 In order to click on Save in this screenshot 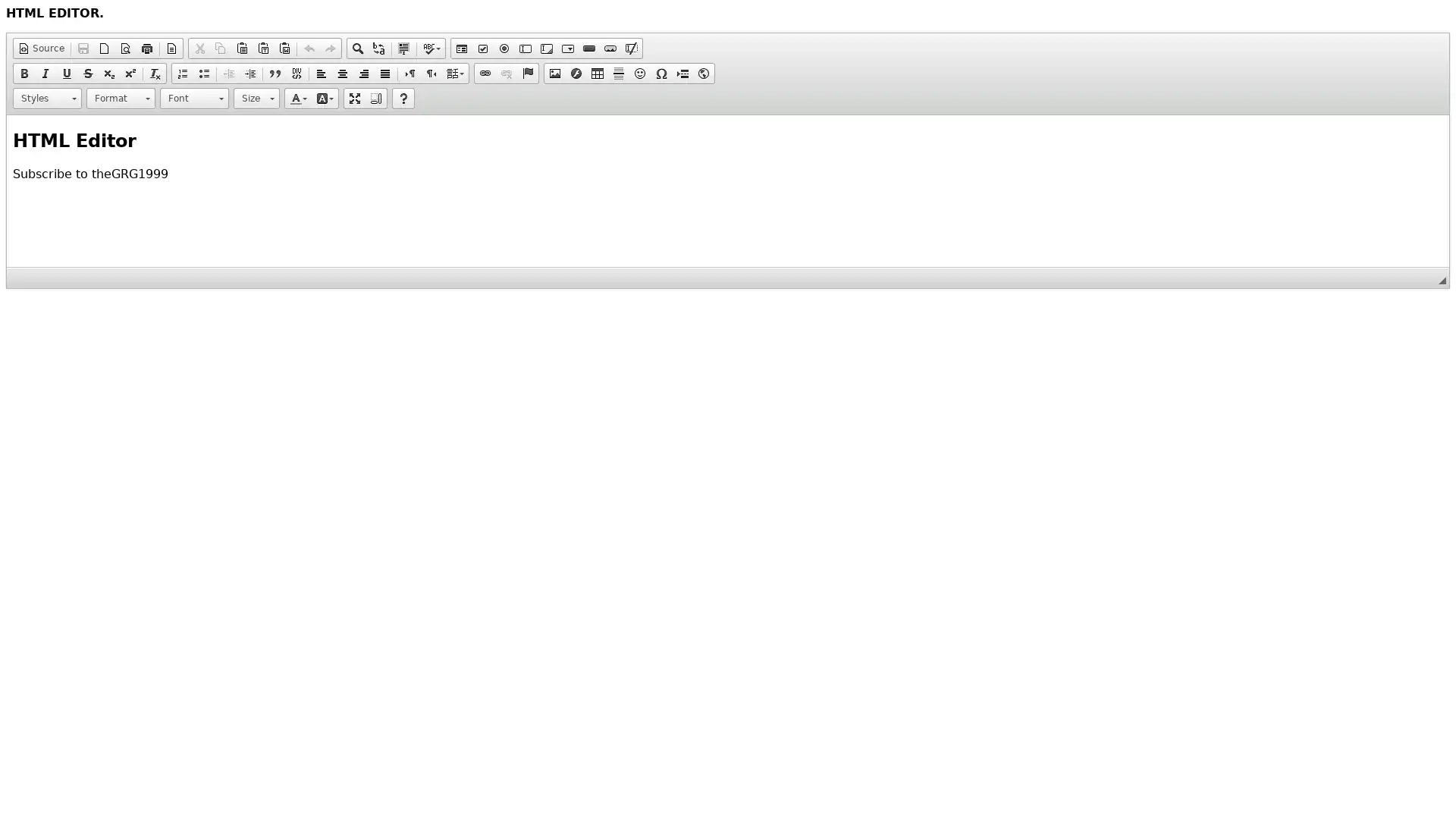, I will do `click(83, 48)`.